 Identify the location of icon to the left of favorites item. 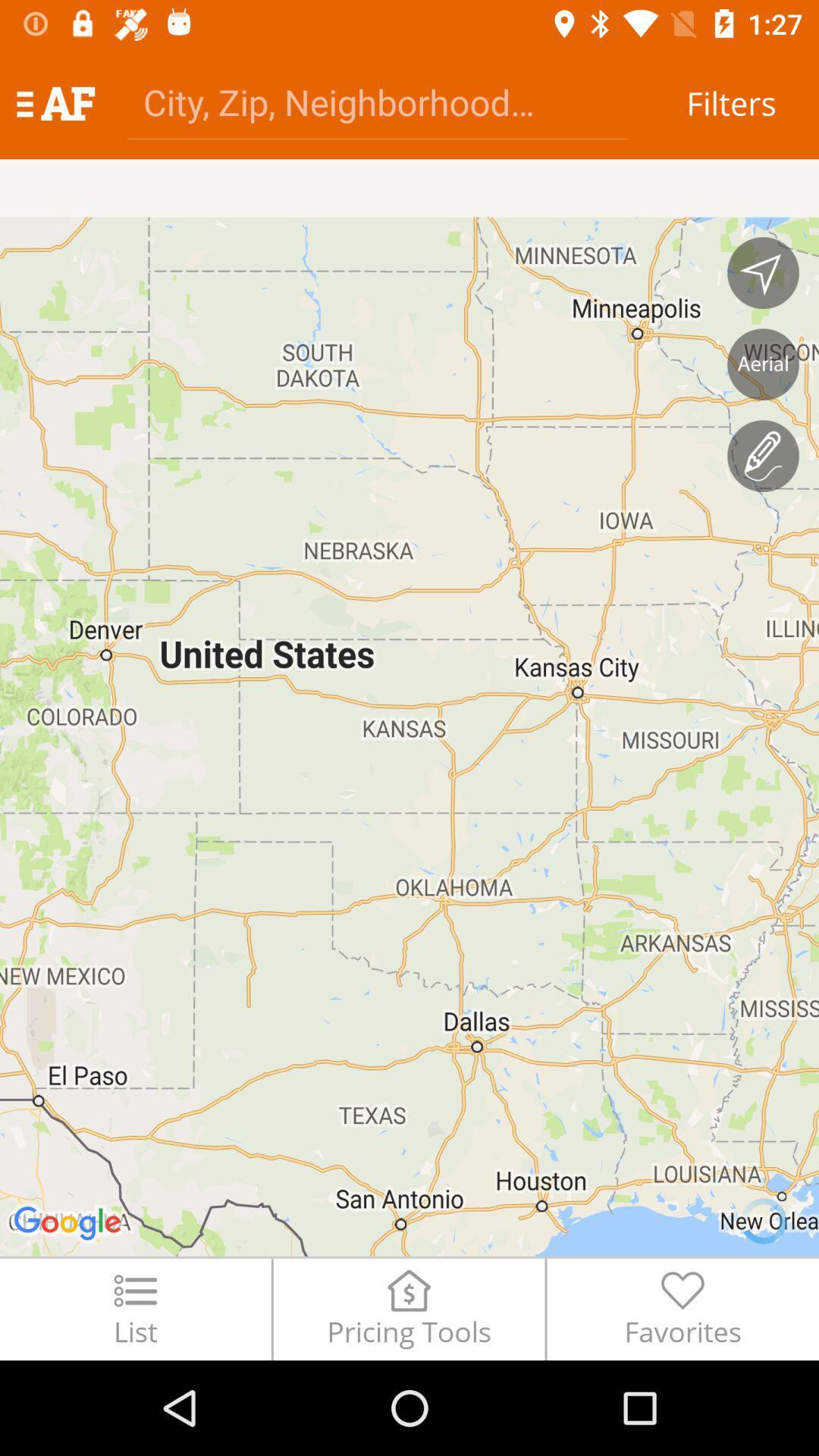
(408, 1308).